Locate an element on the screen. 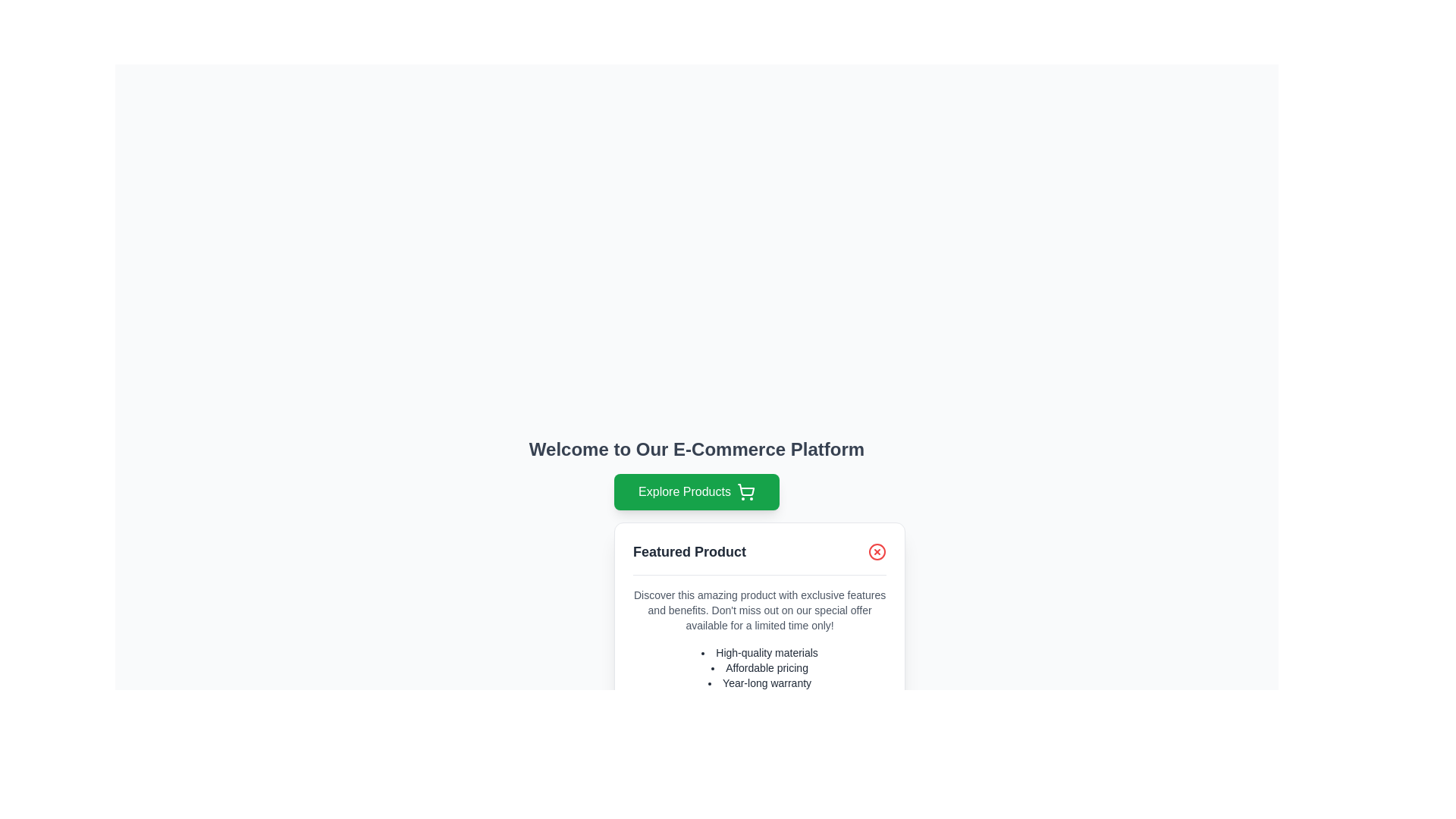 This screenshot has width=1456, height=819. the close or delete button located to the right of the 'Featured Product' heading in the card-like section is located at coordinates (877, 552).